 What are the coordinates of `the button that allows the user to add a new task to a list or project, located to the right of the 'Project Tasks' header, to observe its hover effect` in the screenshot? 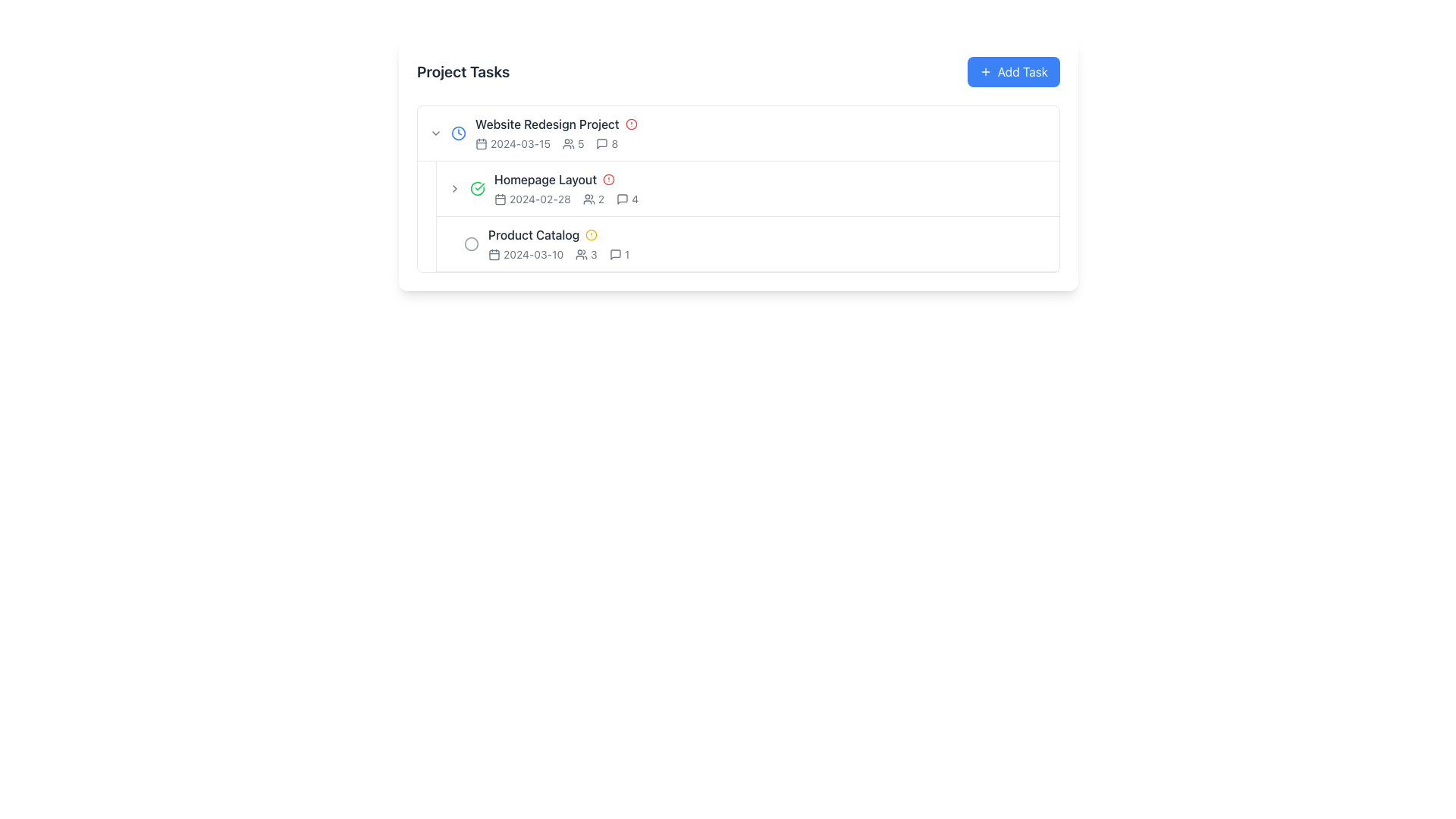 It's located at (1013, 72).